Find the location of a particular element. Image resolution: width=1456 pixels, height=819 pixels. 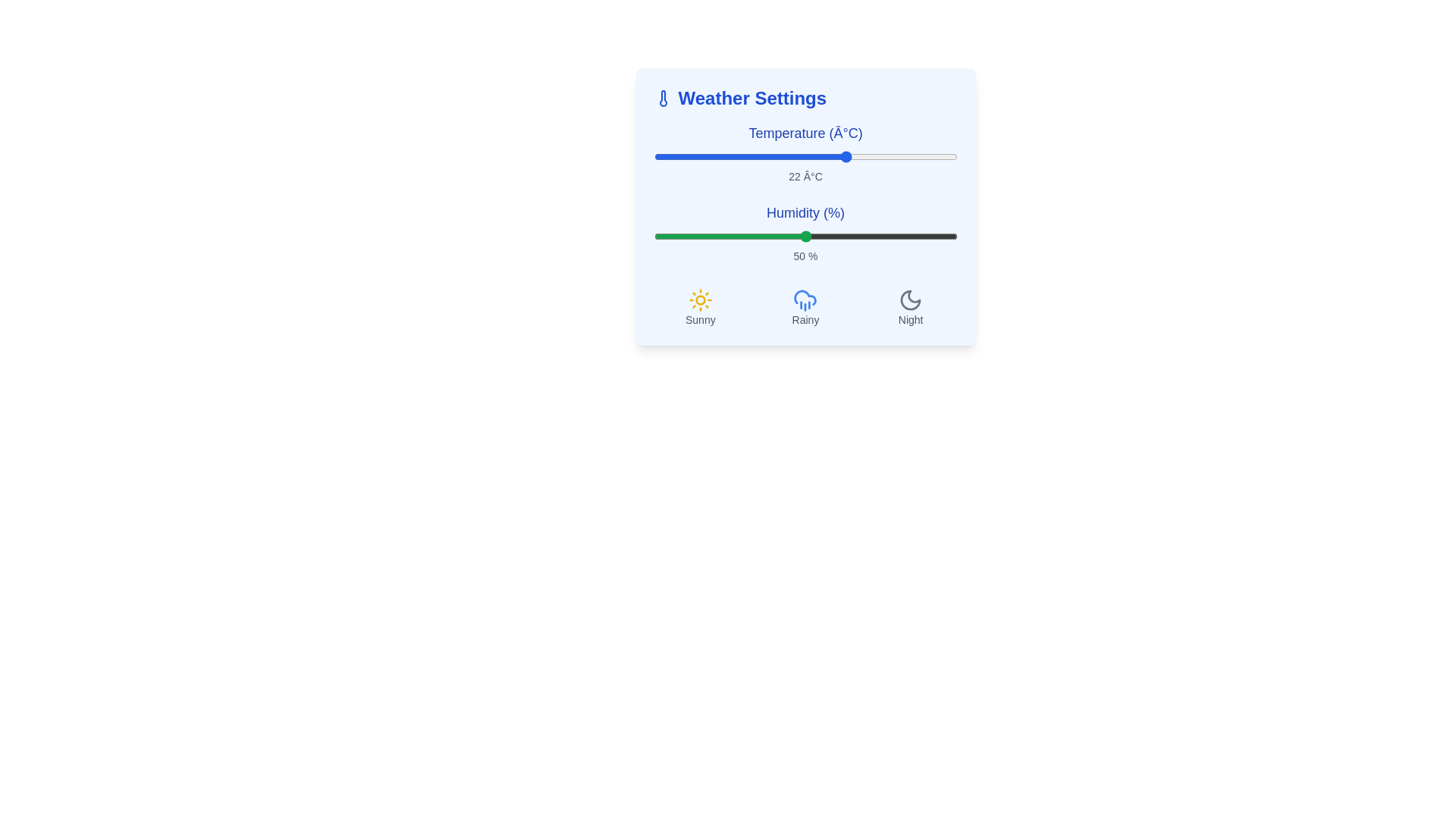

the temperature is located at coordinates (872, 157).